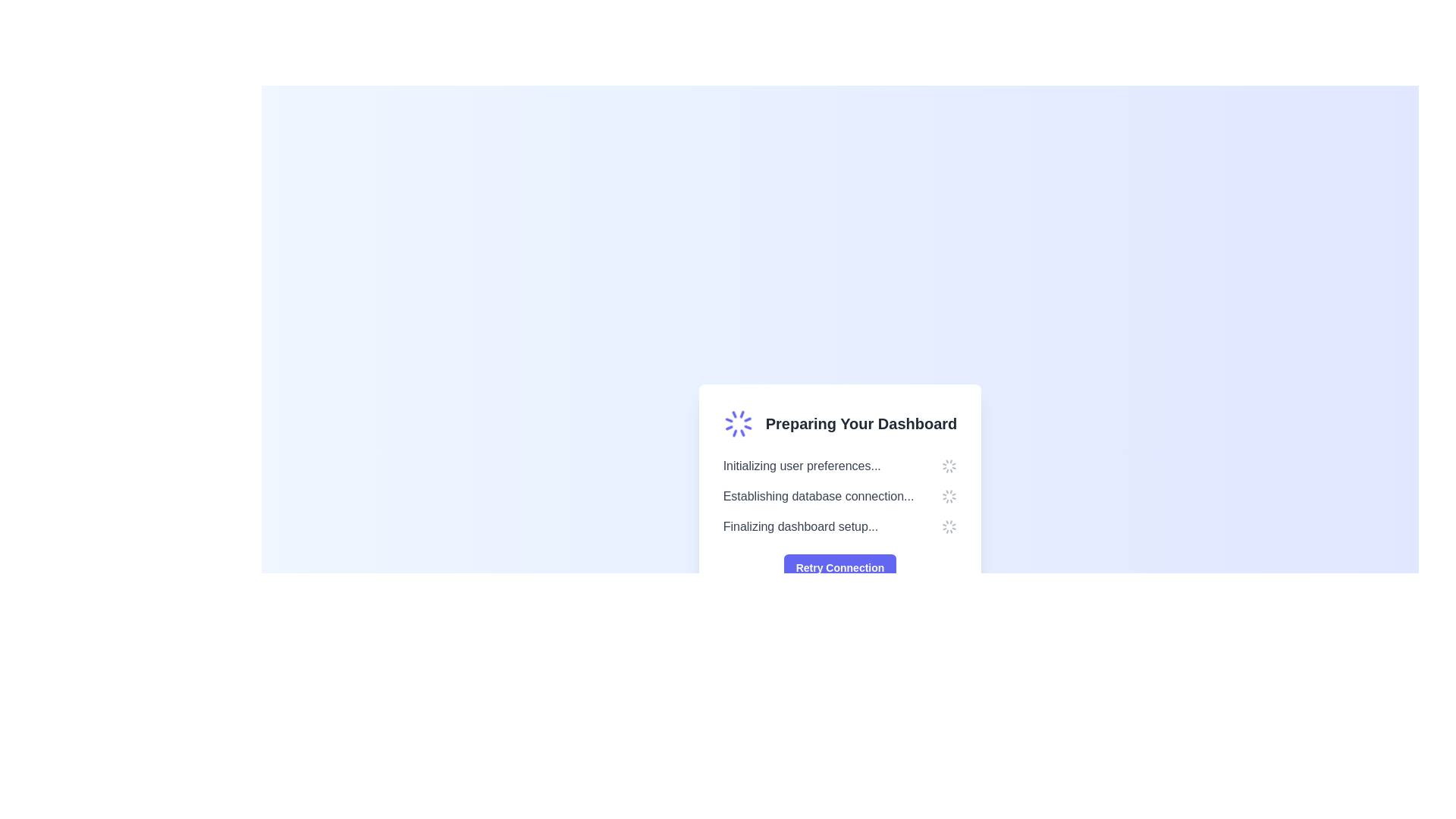  What do you see at coordinates (738, 424) in the screenshot?
I see `the Loader animation located to the left of the text 'Preparing Your Dashboard', which indicates that a background process is ongoing` at bounding box center [738, 424].